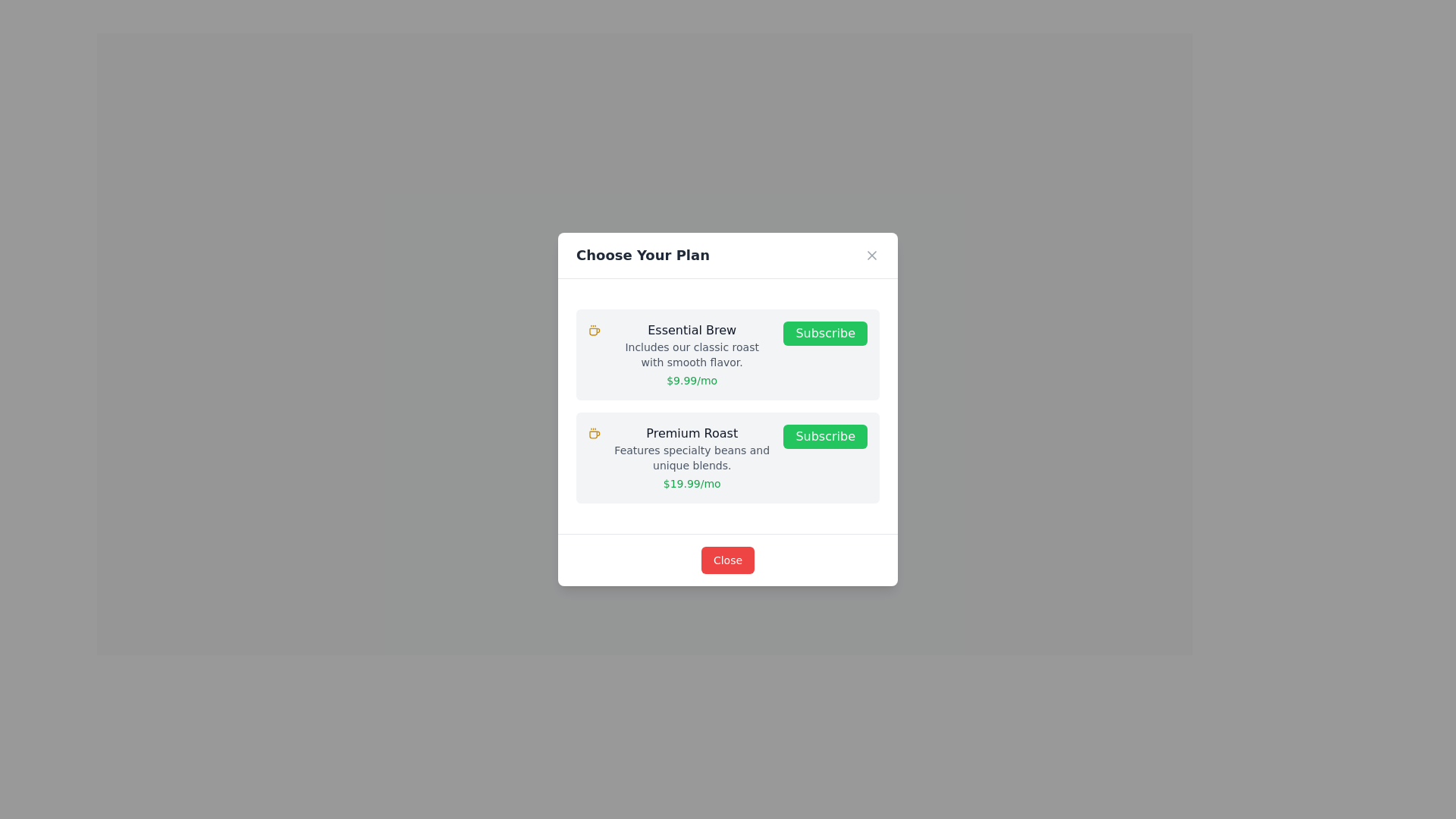  What do you see at coordinates (691, 379) in the screenshot?
I see `the text displaying '$9.99/mo' in green color located at the bottom of the 'Essential Brew' section in the dialog box` at bounding box center [691, 379].